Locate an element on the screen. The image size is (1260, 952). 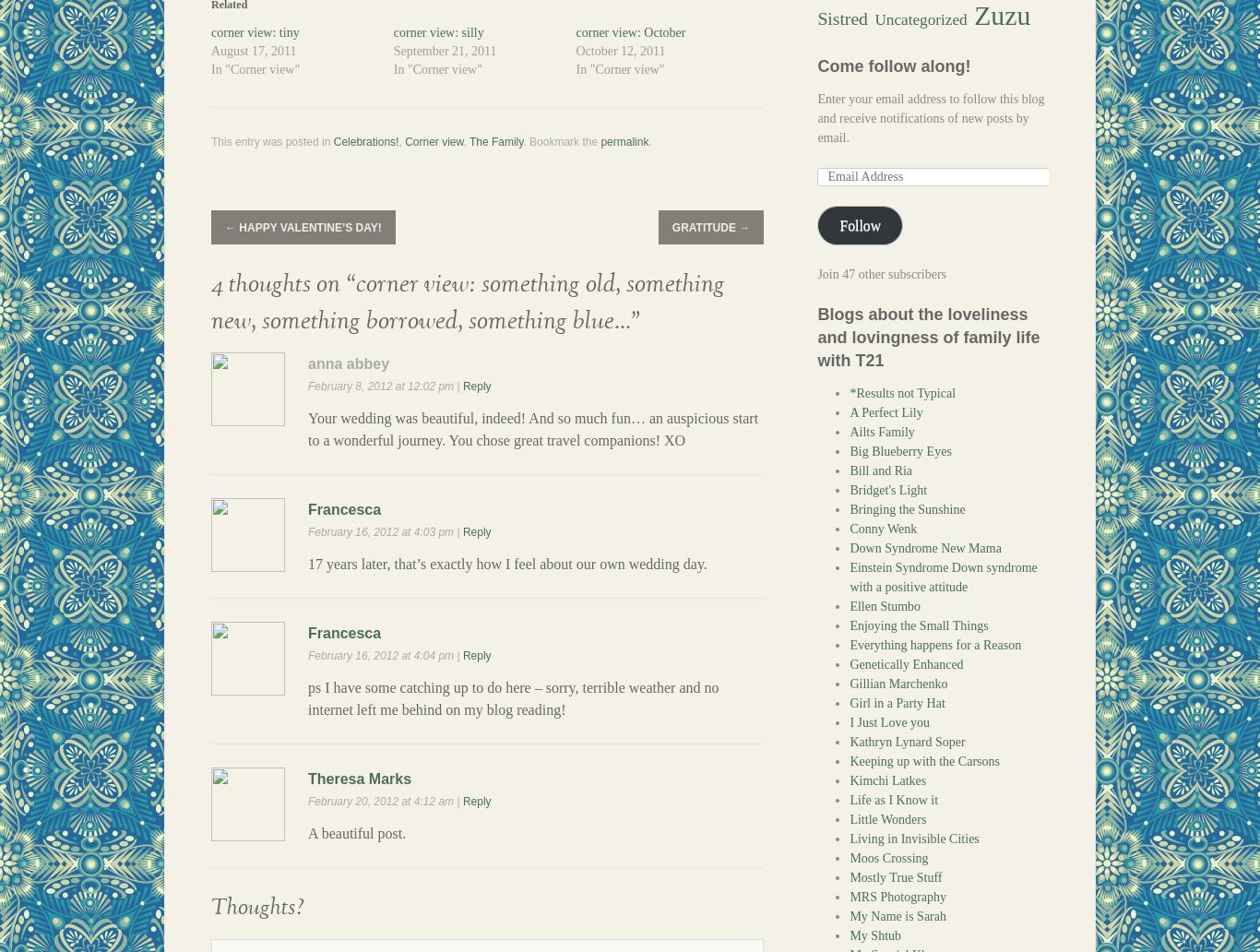
'February 16, 2012 at 4:04 pm' is located at coordinates (381, 654).